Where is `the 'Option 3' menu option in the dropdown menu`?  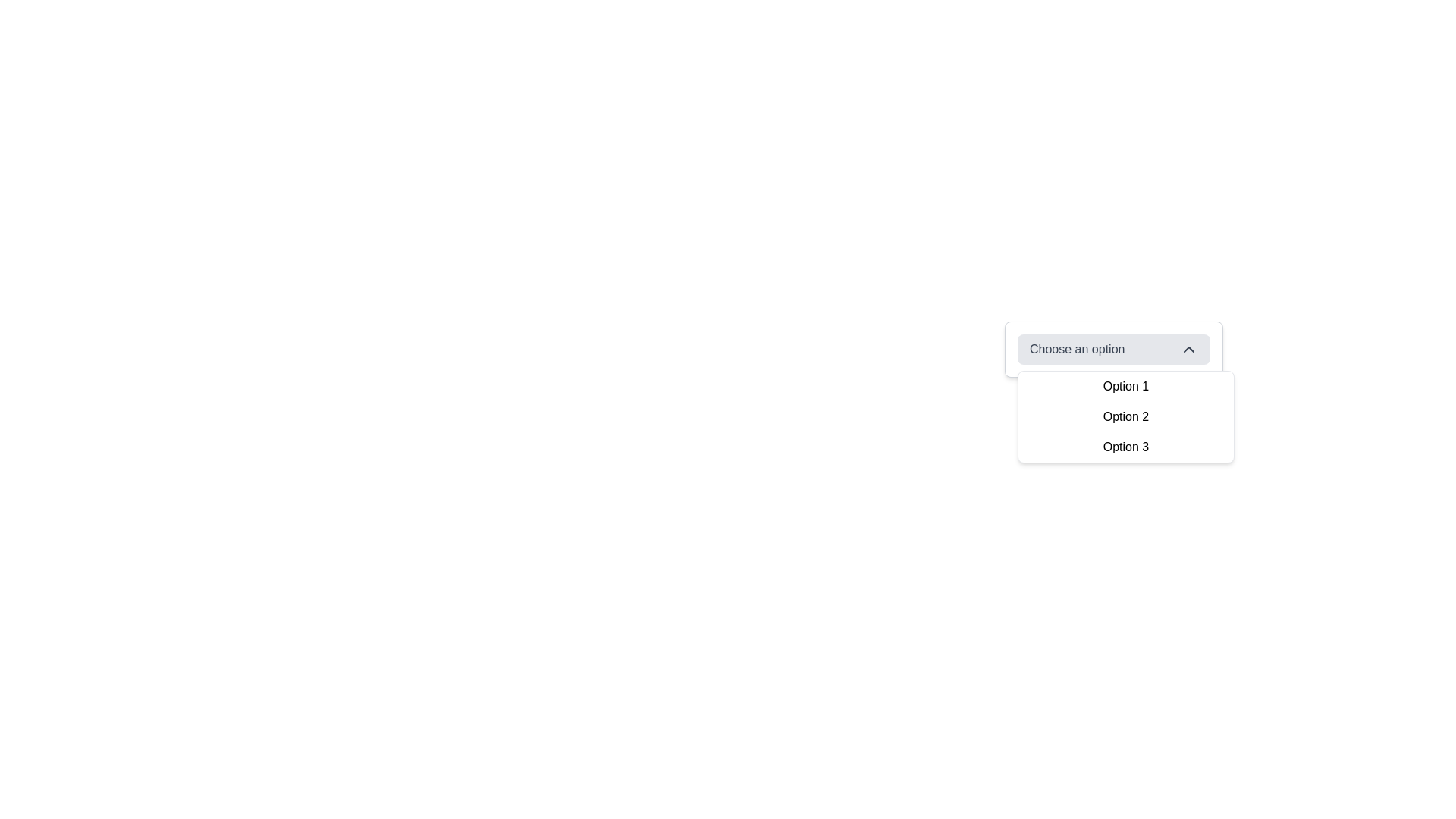
the 'Option 3' menu option in the dropdown menu is located at coordinates (1125, 447).